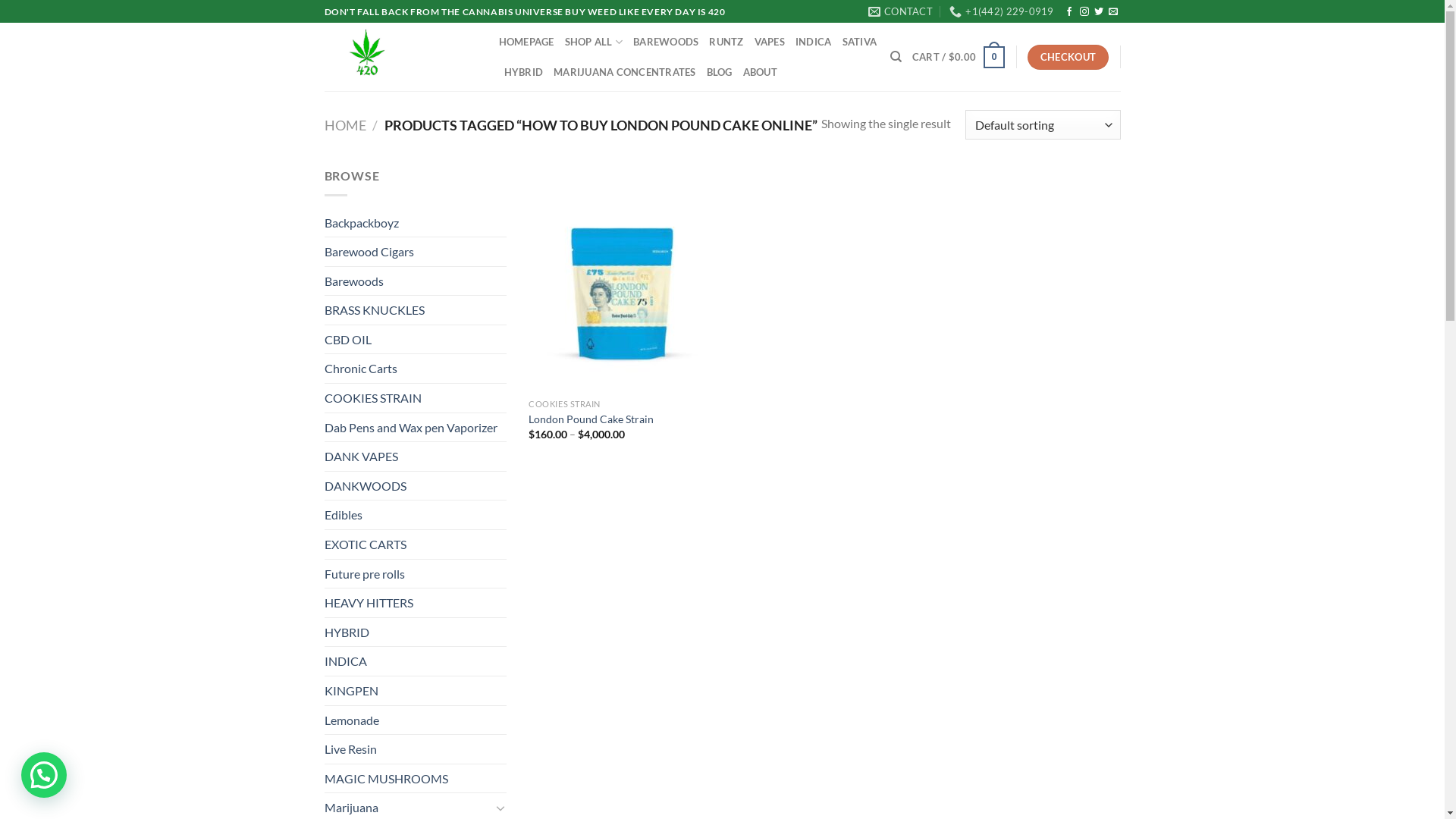 The height and width of the screenshot is (819, 1456). What do you see at coordinates (1067, 56) in the screenshot?
I see `'CHECKOUT'` at bounding box center [1067, 56].